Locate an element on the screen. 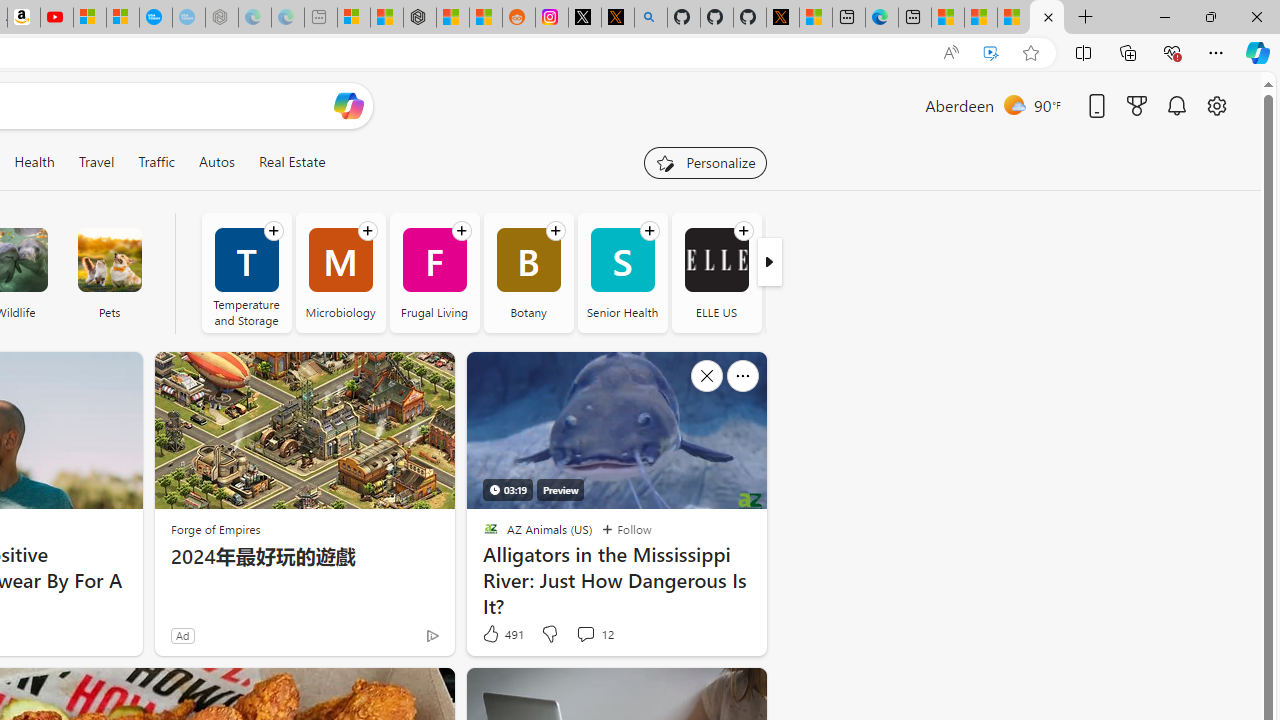  'Mostly sunny' is located at coordinates (1014, 104).